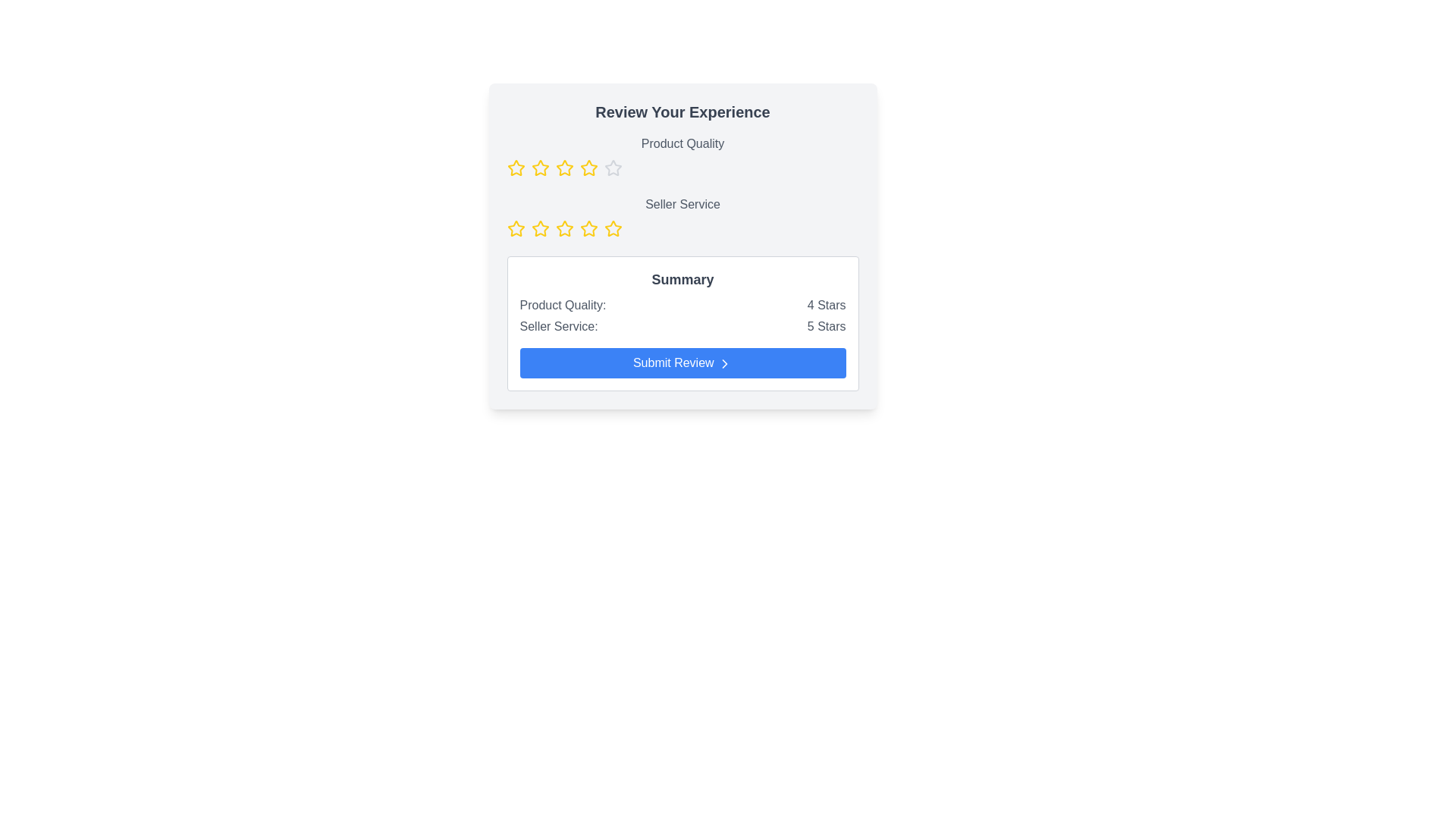 The height and width of the screenshot is (819, 1456). What do you see at coordinates (682, 143) in the screenshot?
I see `the 'Product Quality' label, which is positioned at the top of the card section, above the rating stars and below the 'Review Your Experience' heading` at bounding box center [682, 143].